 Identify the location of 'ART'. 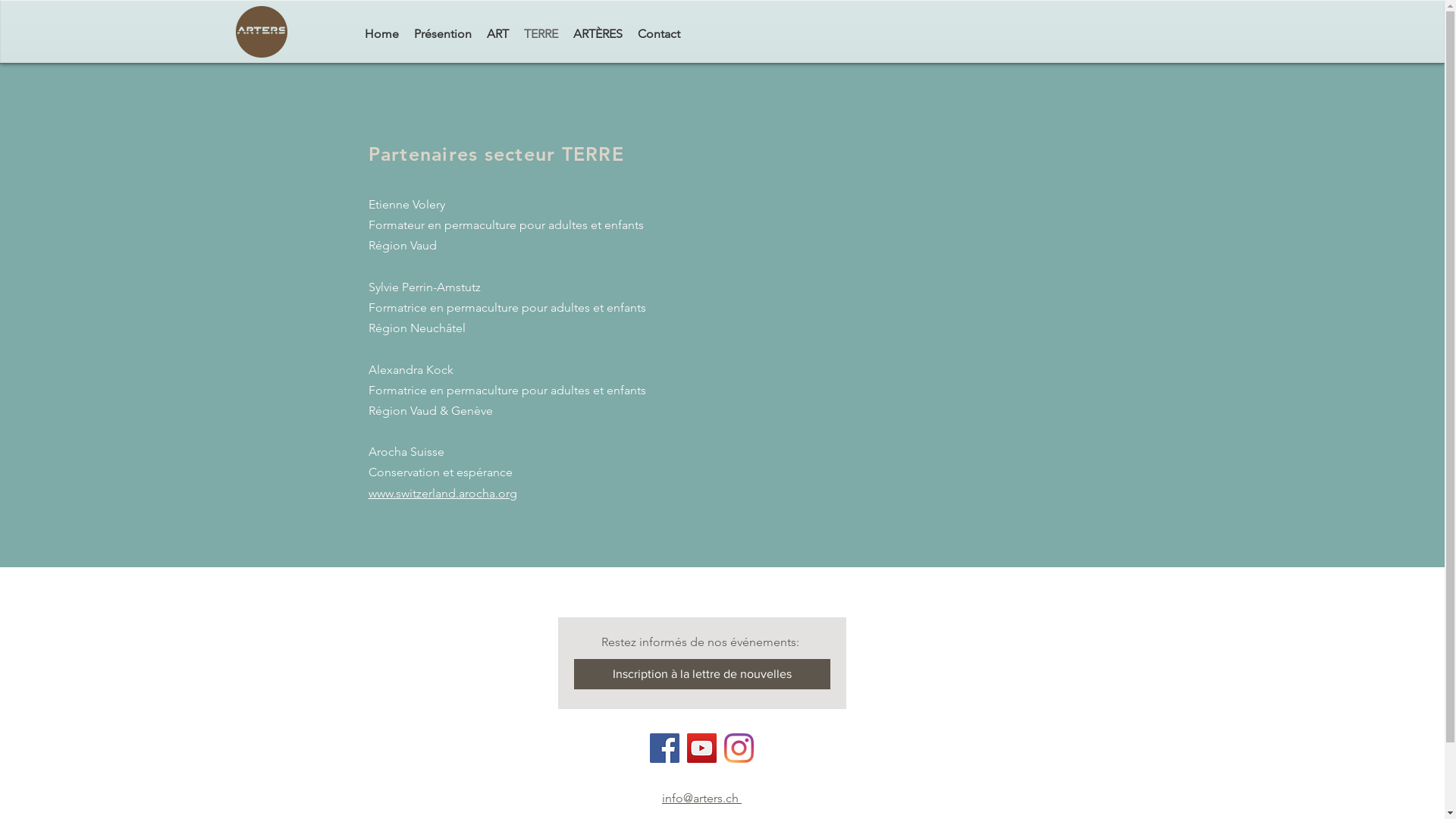
(497, 34).